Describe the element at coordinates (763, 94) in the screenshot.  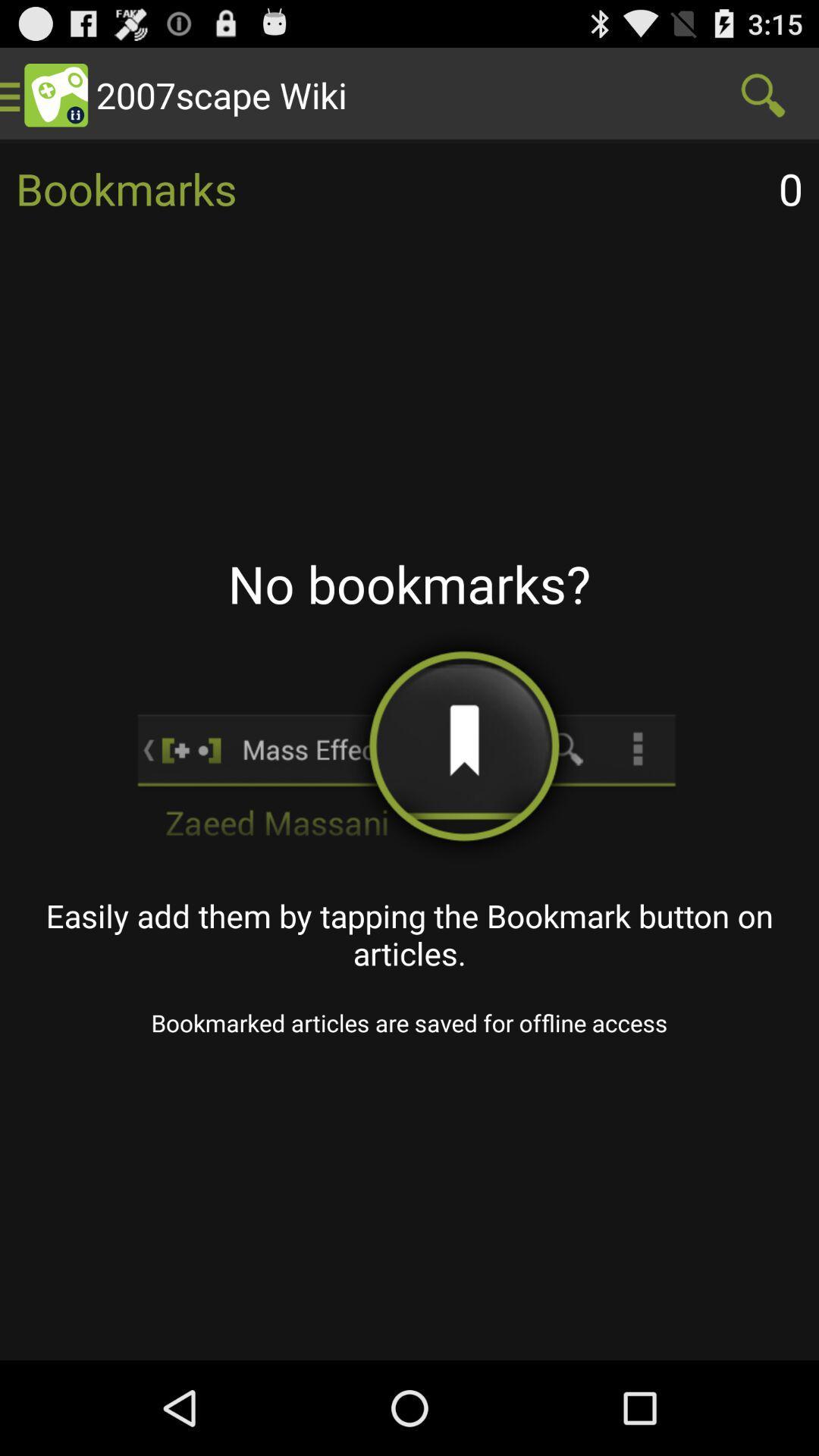
I see `app above the 0 app` at that location.